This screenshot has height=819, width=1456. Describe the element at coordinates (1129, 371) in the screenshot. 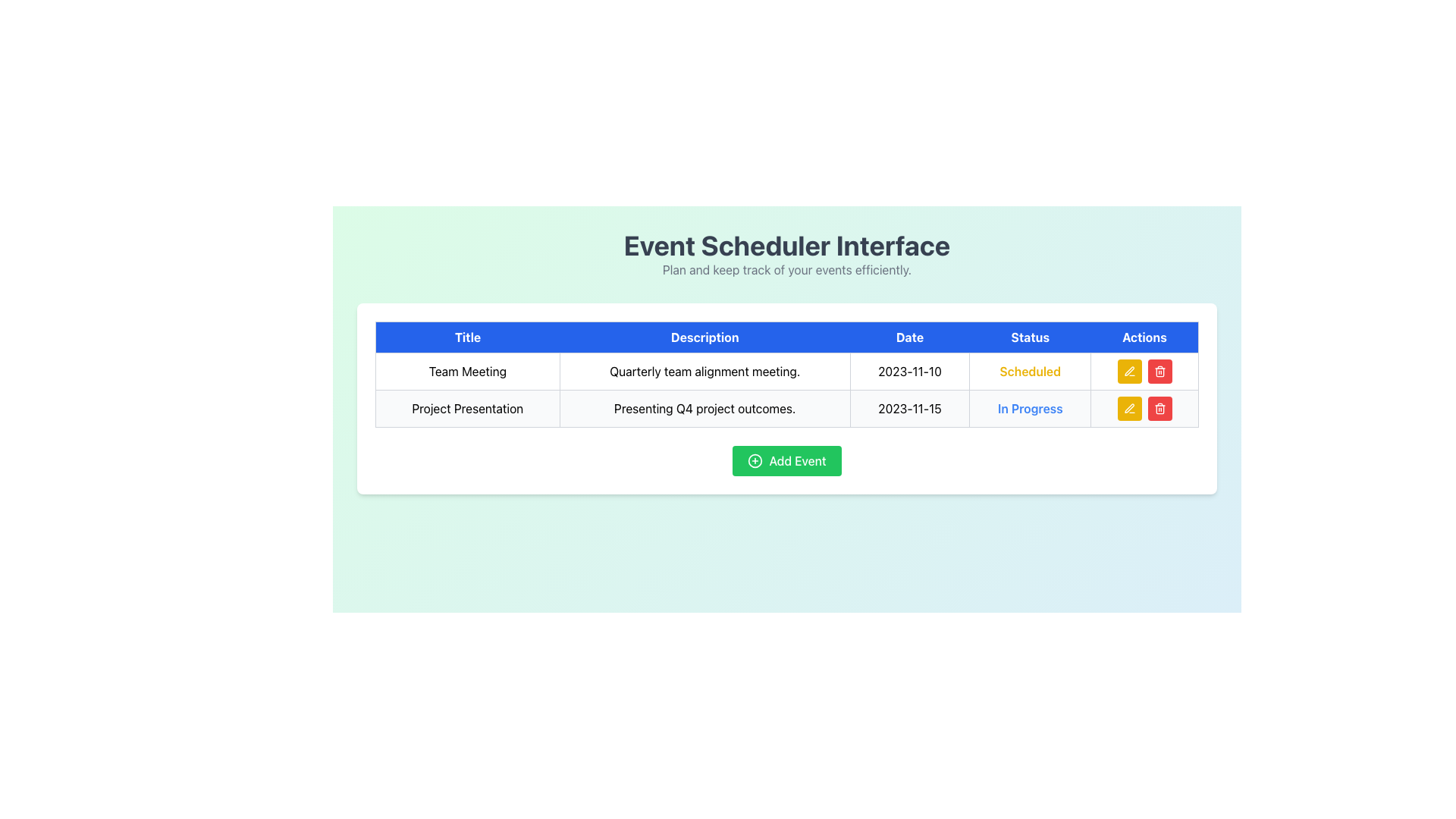

I see `the vibrant yellow edit button with rounded corners located in the 'Actions' column next to the 'Scheduled' status` at that location.